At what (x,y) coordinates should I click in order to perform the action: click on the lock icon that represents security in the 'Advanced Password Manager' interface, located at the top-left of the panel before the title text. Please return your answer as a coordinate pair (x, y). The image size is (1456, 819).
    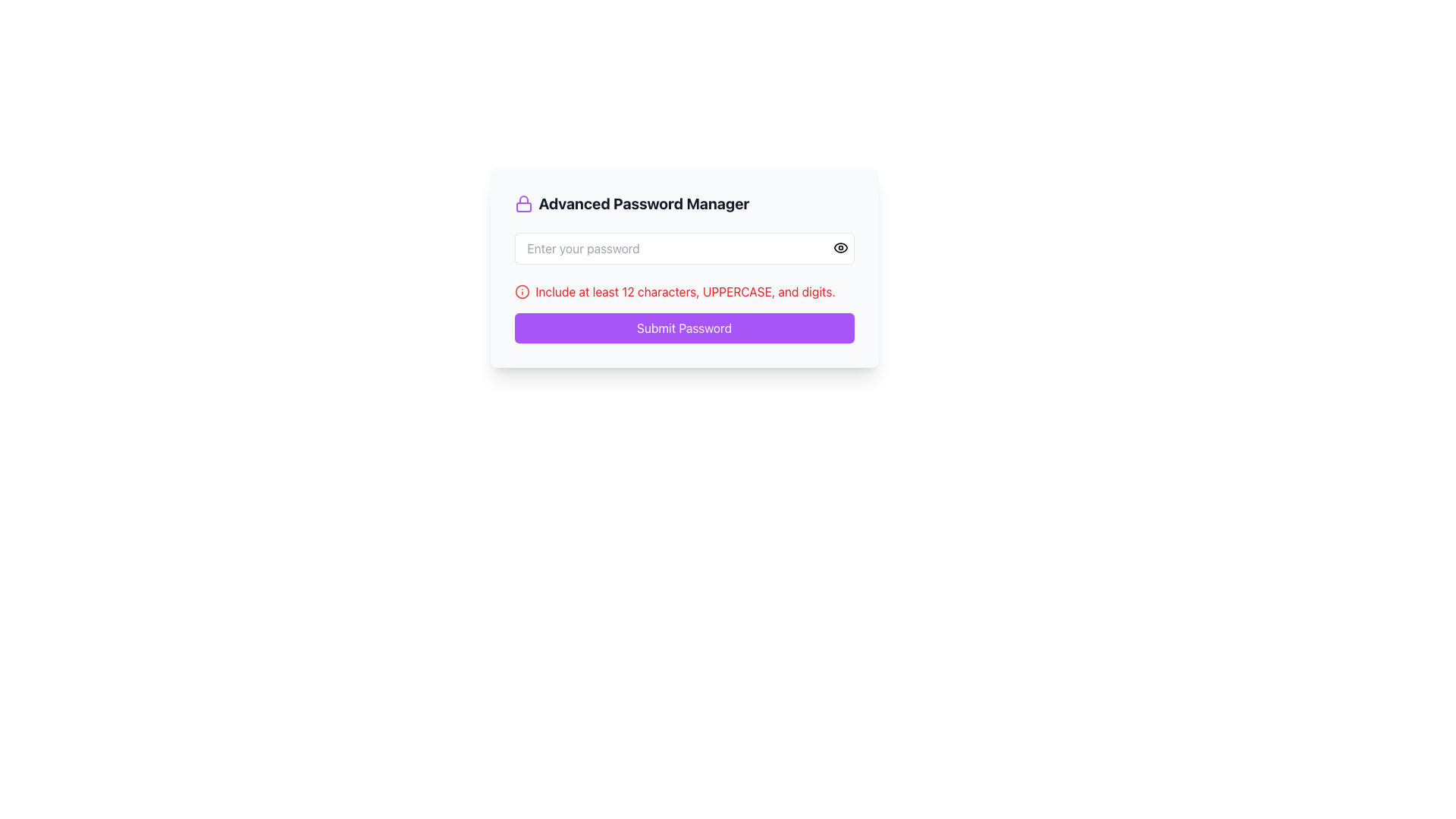
    Looking at the image, I should click on (523, 203).